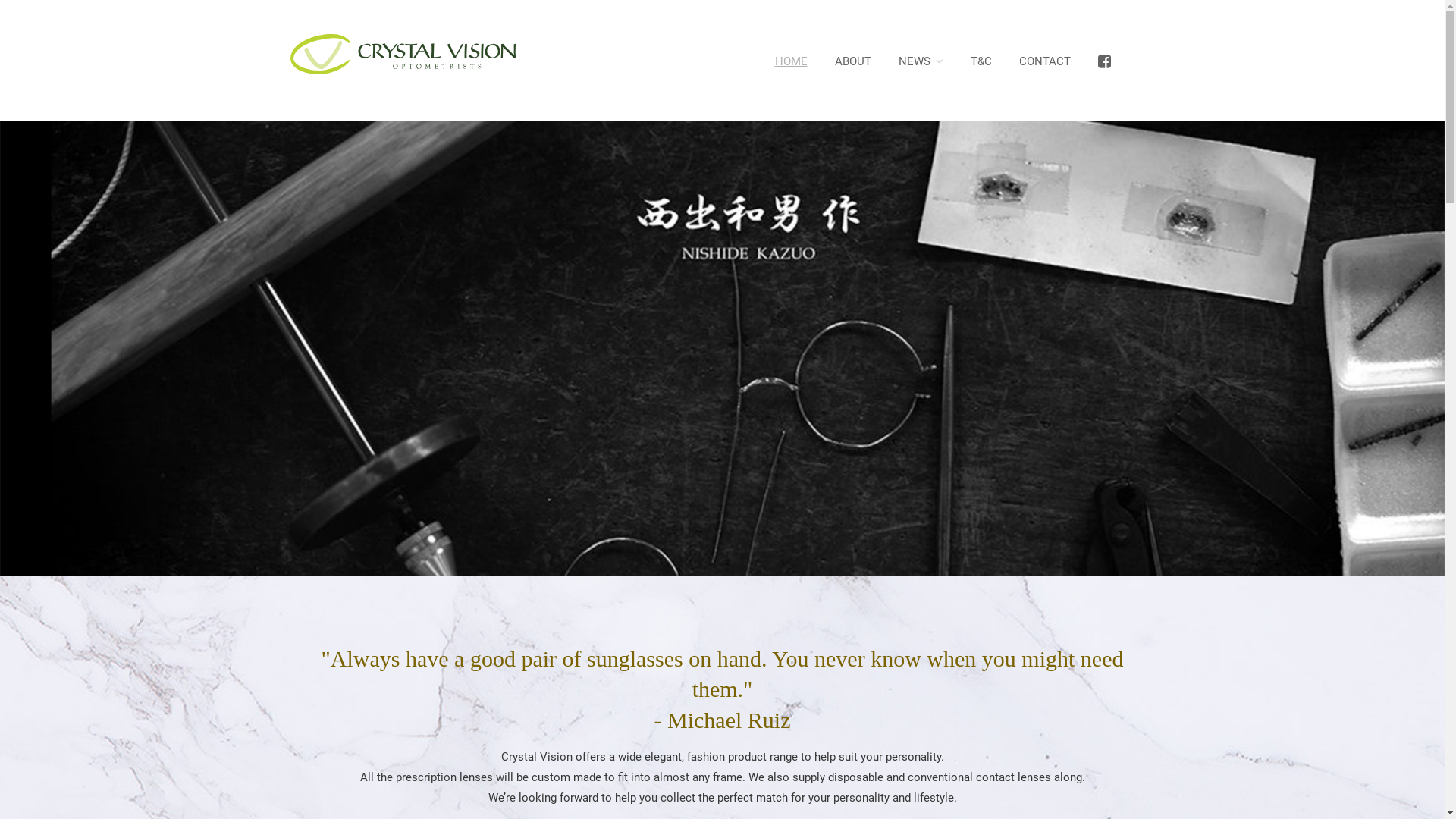 The width and height of the screenshot is (1456, 819). What do you see at coordinates (919, 61) in the screenshot?
I see `'NEWS'` at bounding box center [919, 61].